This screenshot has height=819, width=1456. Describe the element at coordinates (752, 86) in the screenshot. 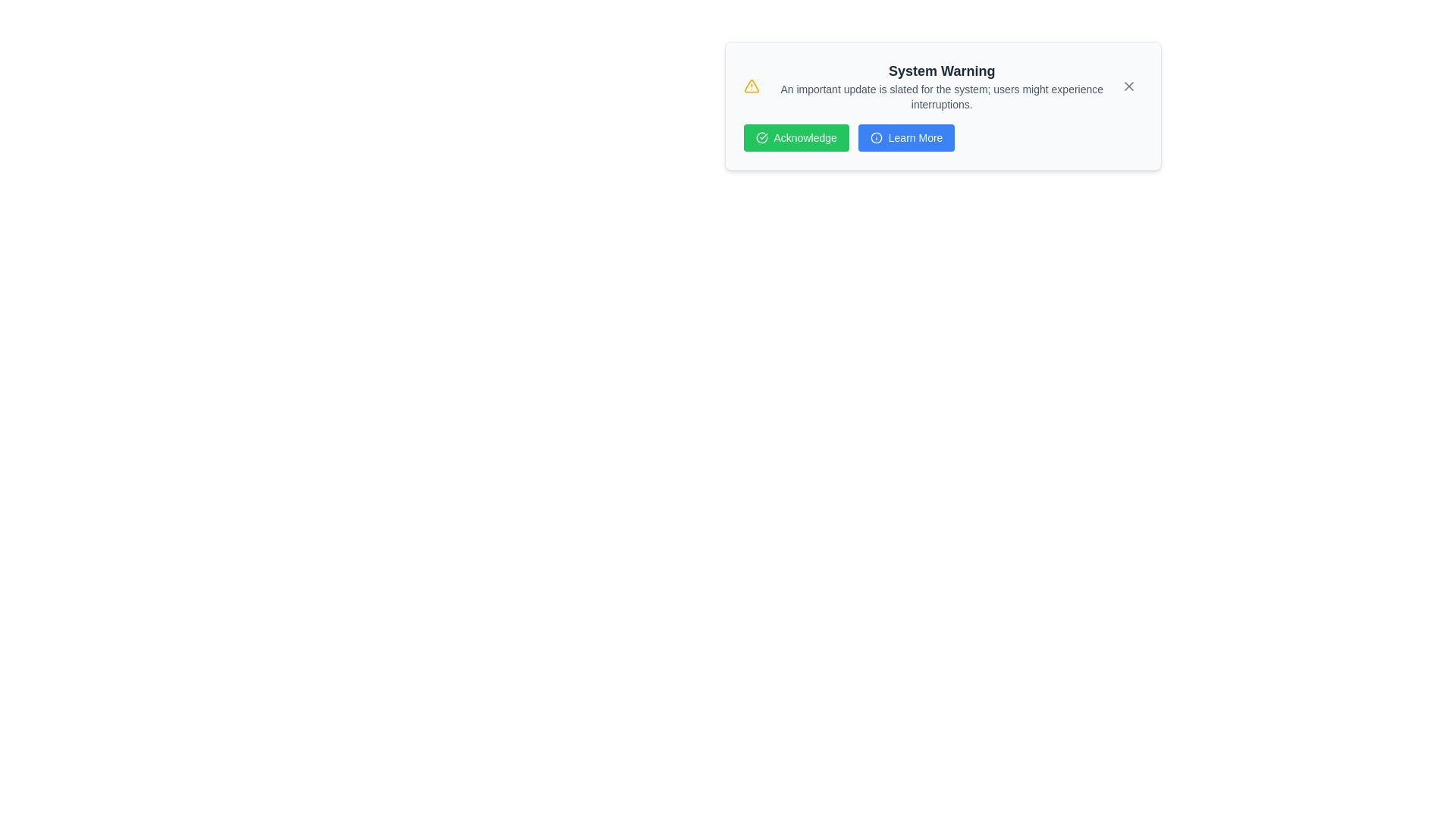

I see `the triangular yellow icon with a hollow border located in the notification box next to the 'System Warning' text and above the green 'Acknowledge' button` at that location.